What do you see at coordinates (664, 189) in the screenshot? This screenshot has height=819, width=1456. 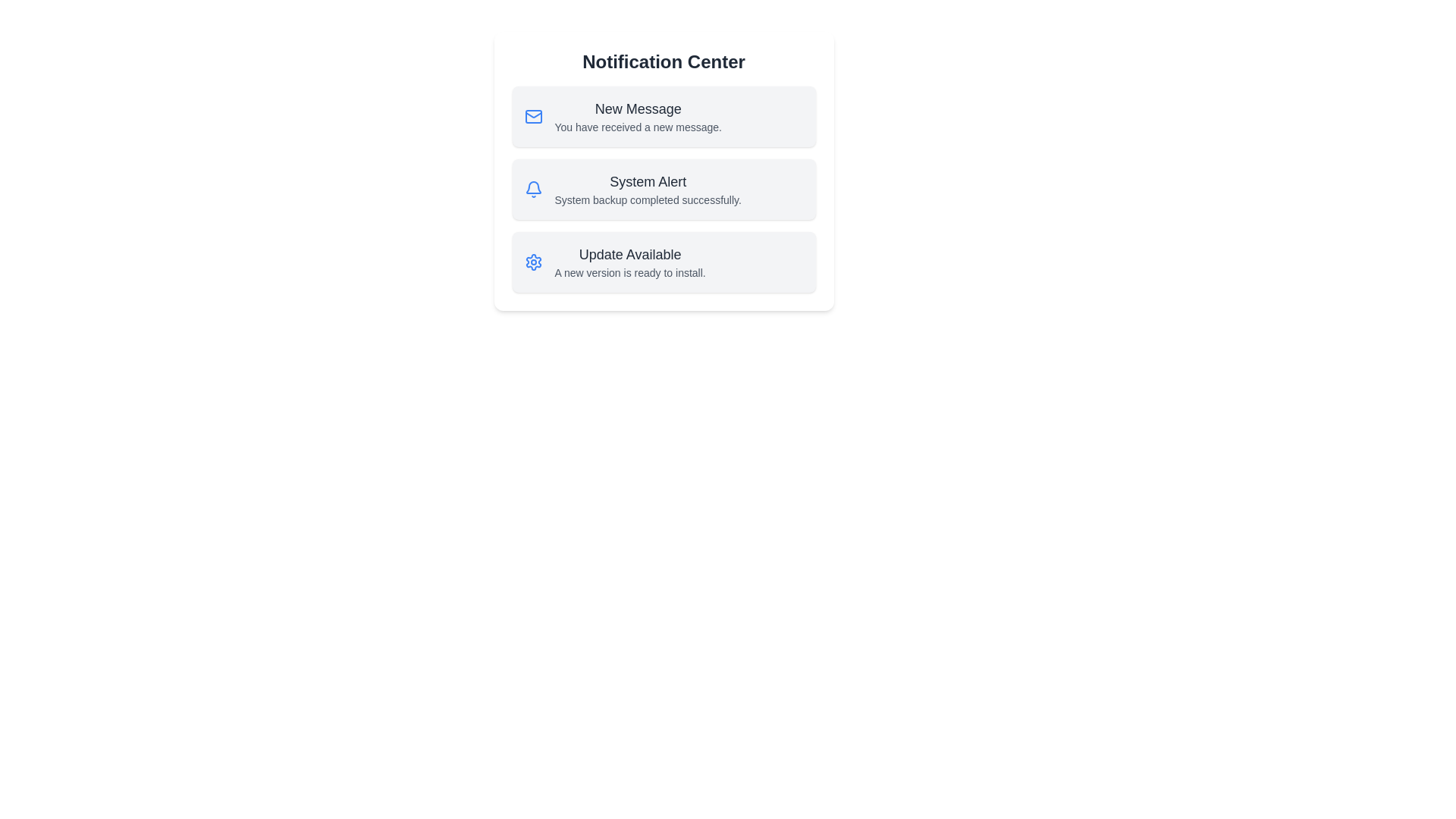 I see `text of the Notification Card that informs users about a completed system backup, which is the second notification item in the vertical list` at bounding box center [664, 189].